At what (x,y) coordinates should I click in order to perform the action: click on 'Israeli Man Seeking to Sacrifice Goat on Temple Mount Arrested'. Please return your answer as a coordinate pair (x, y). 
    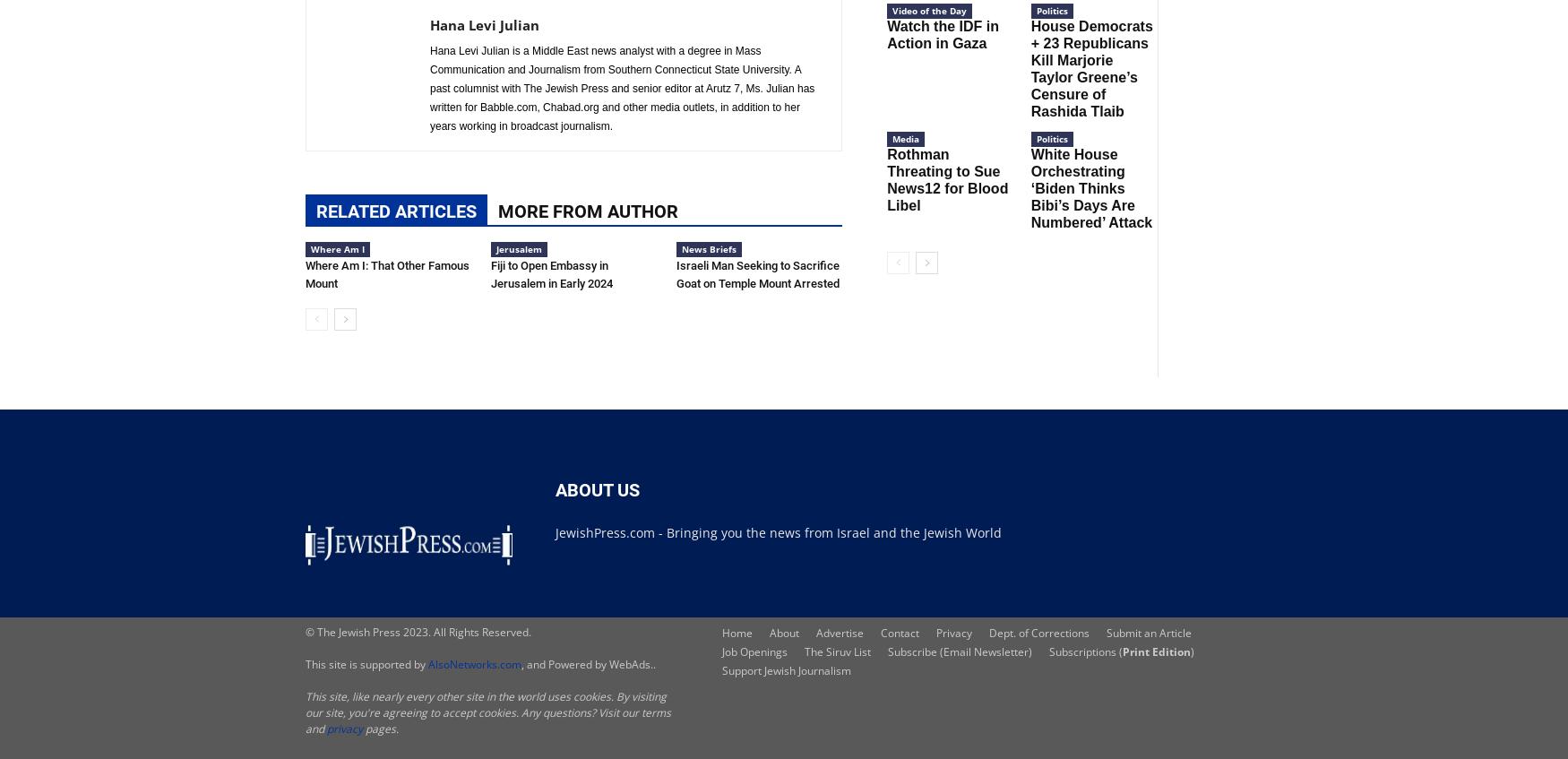
    Looking at the image, I should click on (757, 273).